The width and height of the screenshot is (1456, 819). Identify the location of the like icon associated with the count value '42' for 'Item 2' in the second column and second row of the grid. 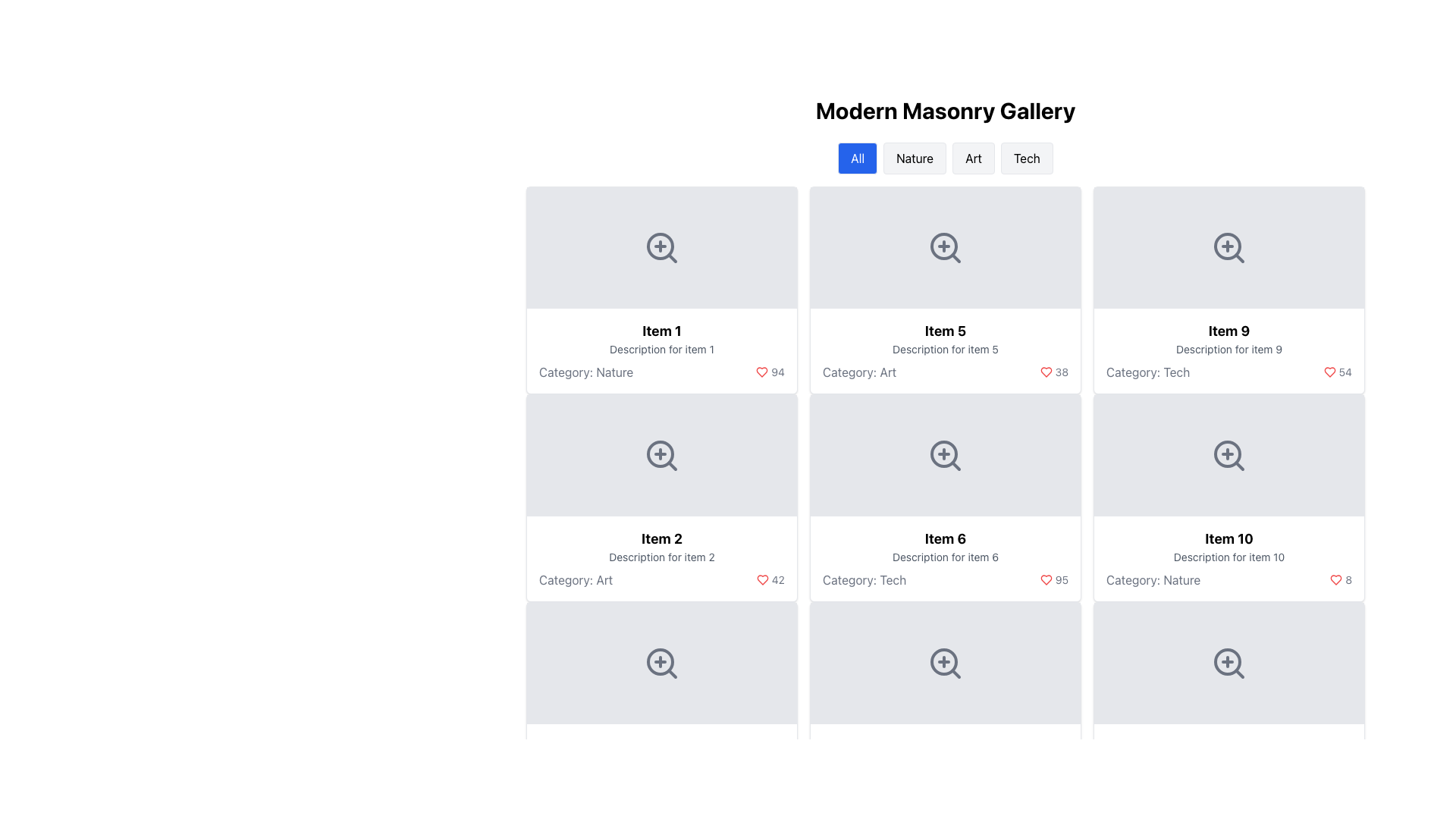
(762, 579).